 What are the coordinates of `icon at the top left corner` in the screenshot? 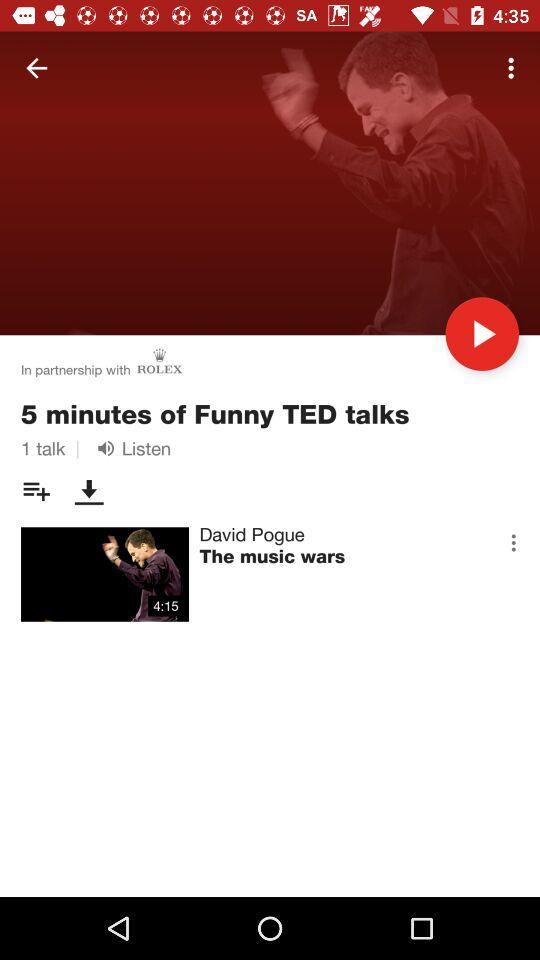 It's located at (36, 68).